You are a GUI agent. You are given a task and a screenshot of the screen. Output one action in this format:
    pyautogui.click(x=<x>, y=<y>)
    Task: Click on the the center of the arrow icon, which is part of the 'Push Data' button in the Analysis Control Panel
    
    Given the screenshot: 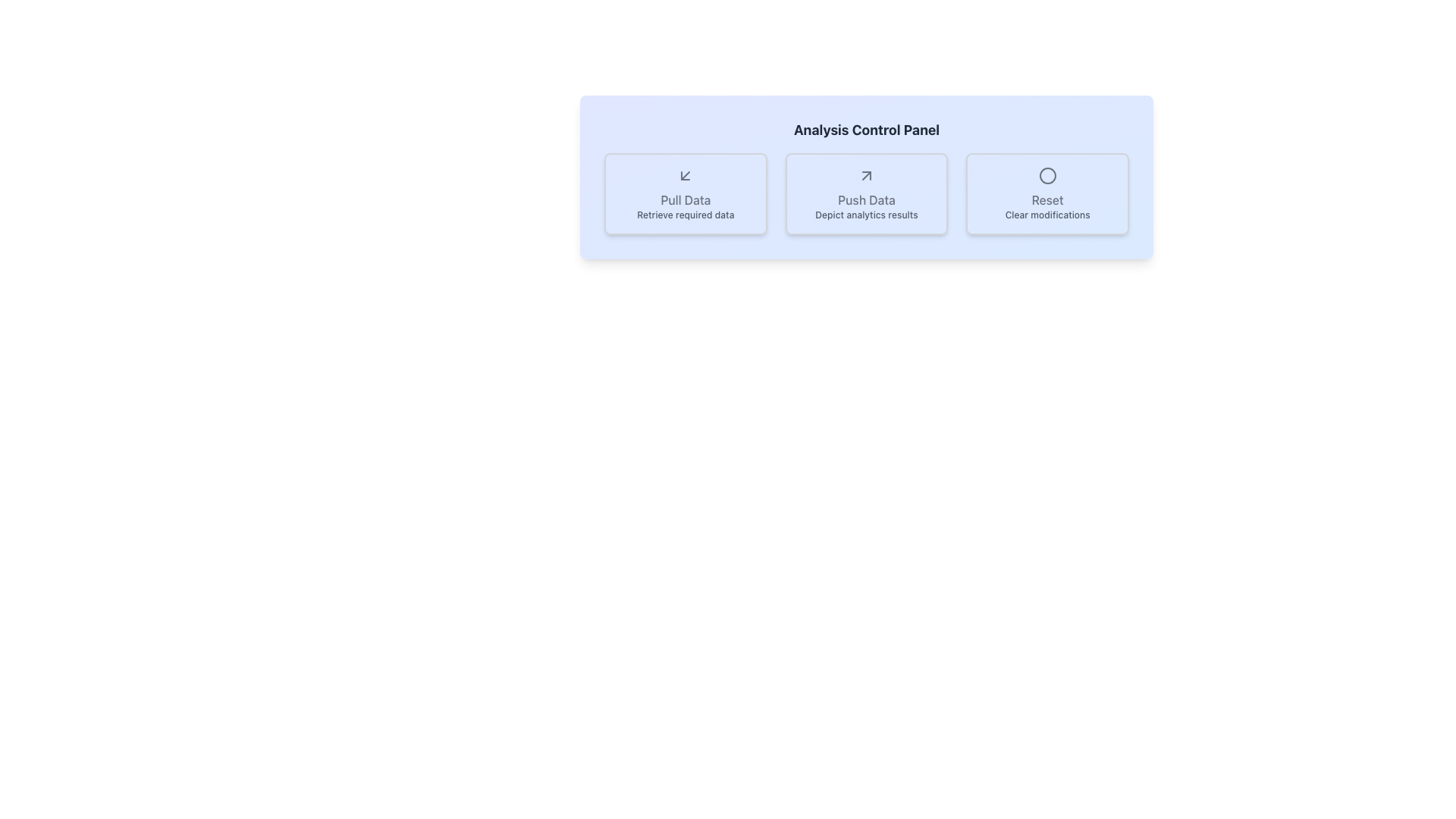 What is the action you would take?
    pyautogui.click(x=866, y=174)
    